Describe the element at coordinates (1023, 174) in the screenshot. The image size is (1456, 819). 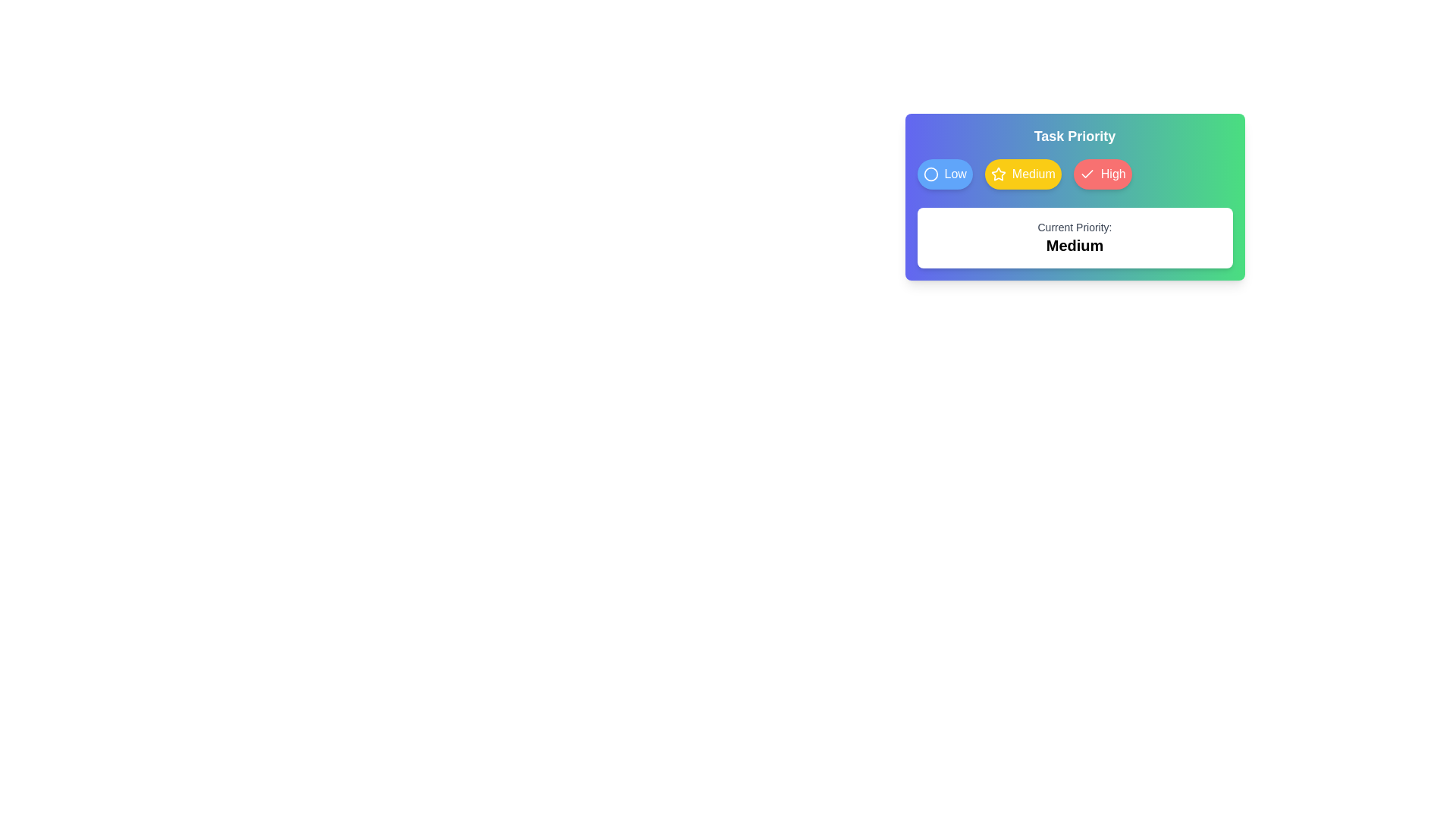
I see `the rounded rectangular button with a yellow background labeled 'Medium'` at that location.